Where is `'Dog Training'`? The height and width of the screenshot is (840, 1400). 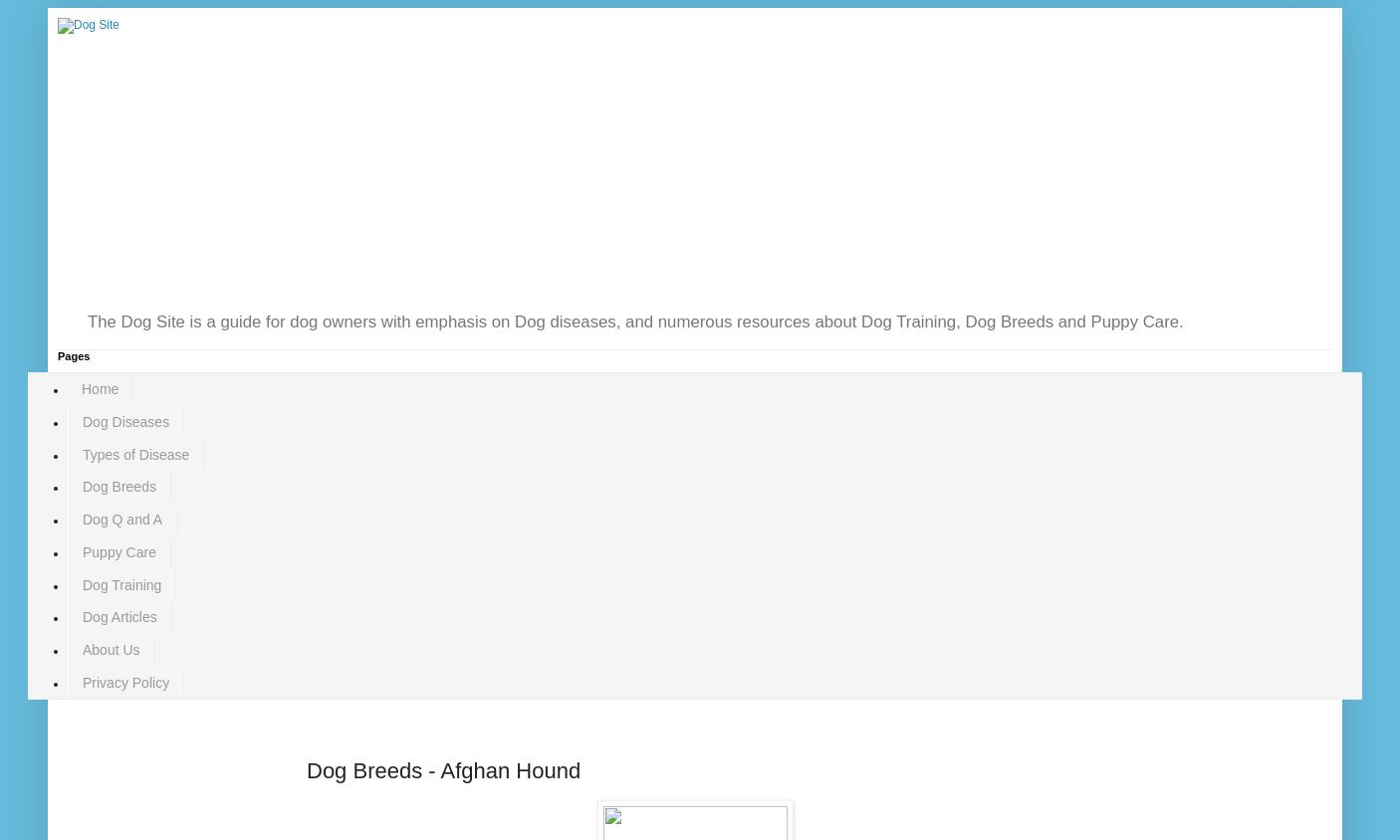
'Dog Training' is located at coordinates (81, 584).